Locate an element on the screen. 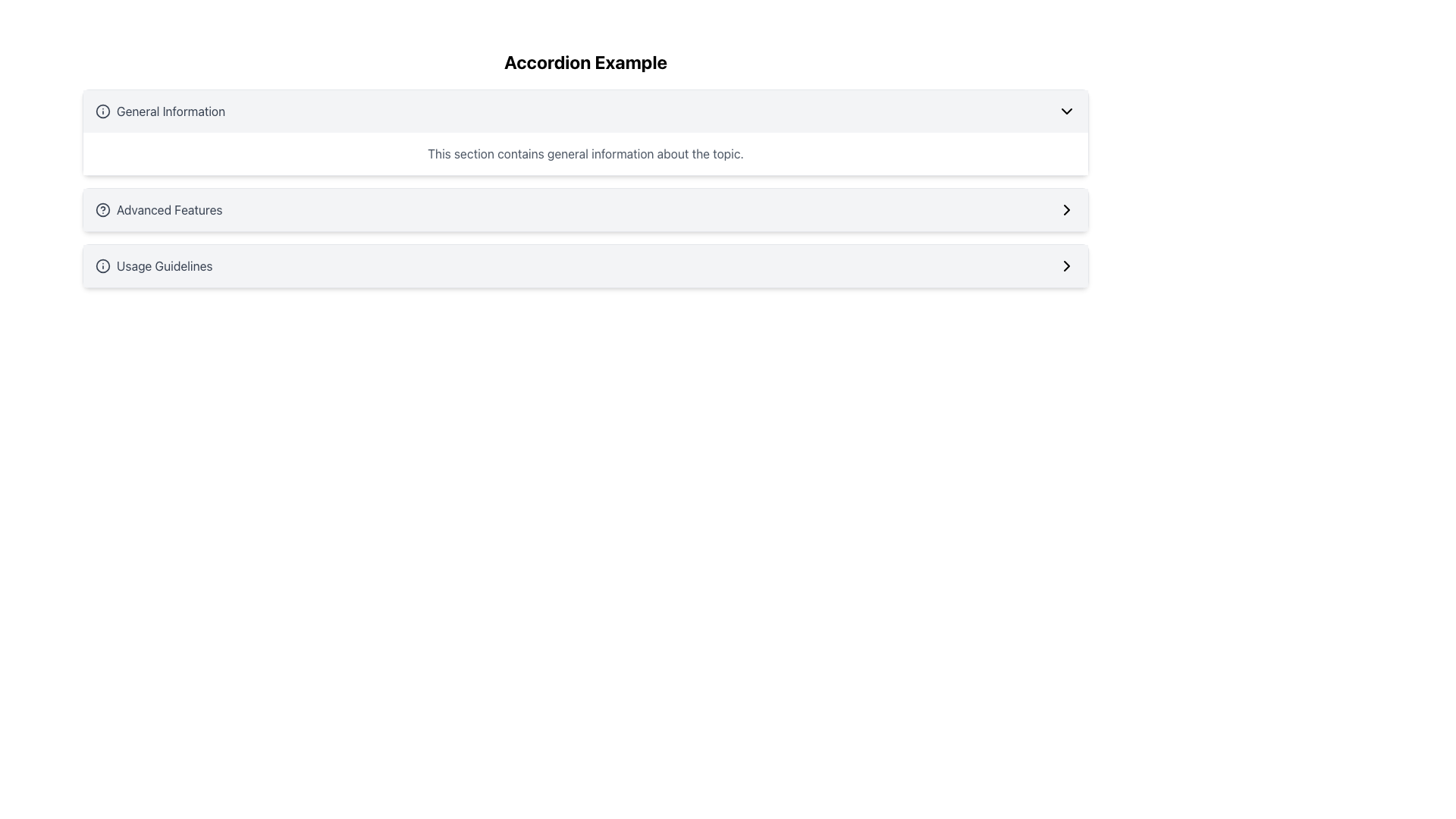  the interactive help icon located to the left of the 'Advanced Features' text is located at coordinates (102, 210).